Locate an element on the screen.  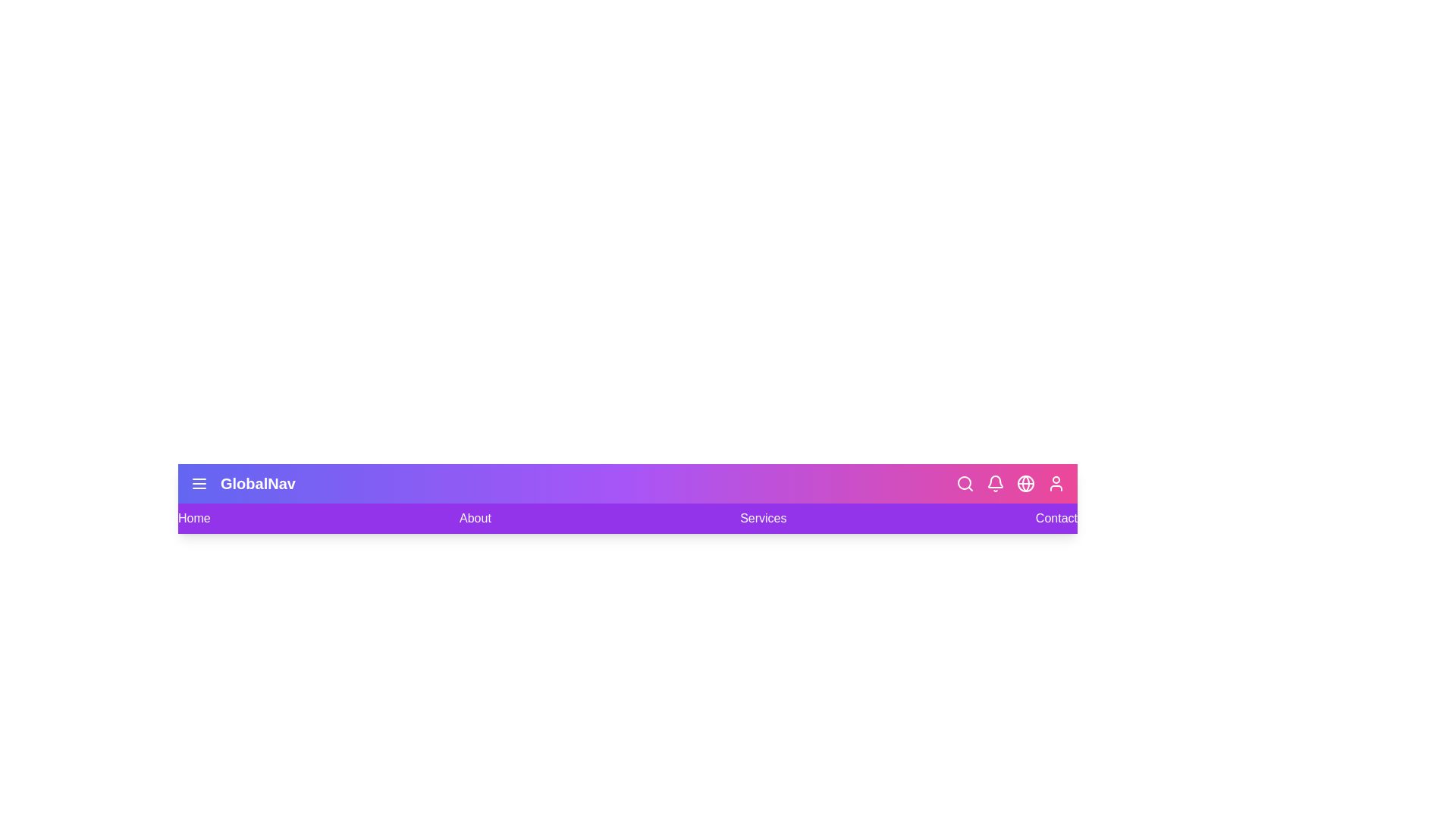
the Notifications icon is located at coordinates (996, 483).